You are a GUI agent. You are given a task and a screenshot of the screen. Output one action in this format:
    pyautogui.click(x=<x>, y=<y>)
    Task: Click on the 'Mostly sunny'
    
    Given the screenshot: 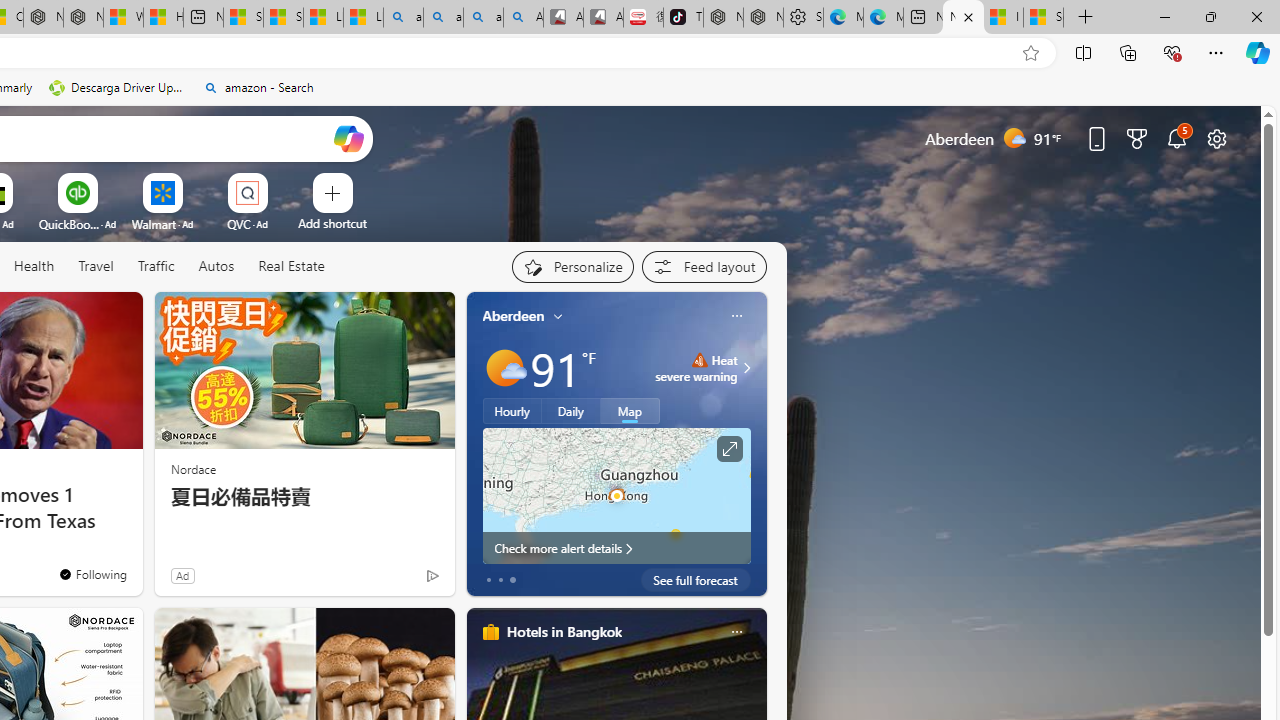 What is the action you would take?
    pyautogui.click(x=504, y=368)
    